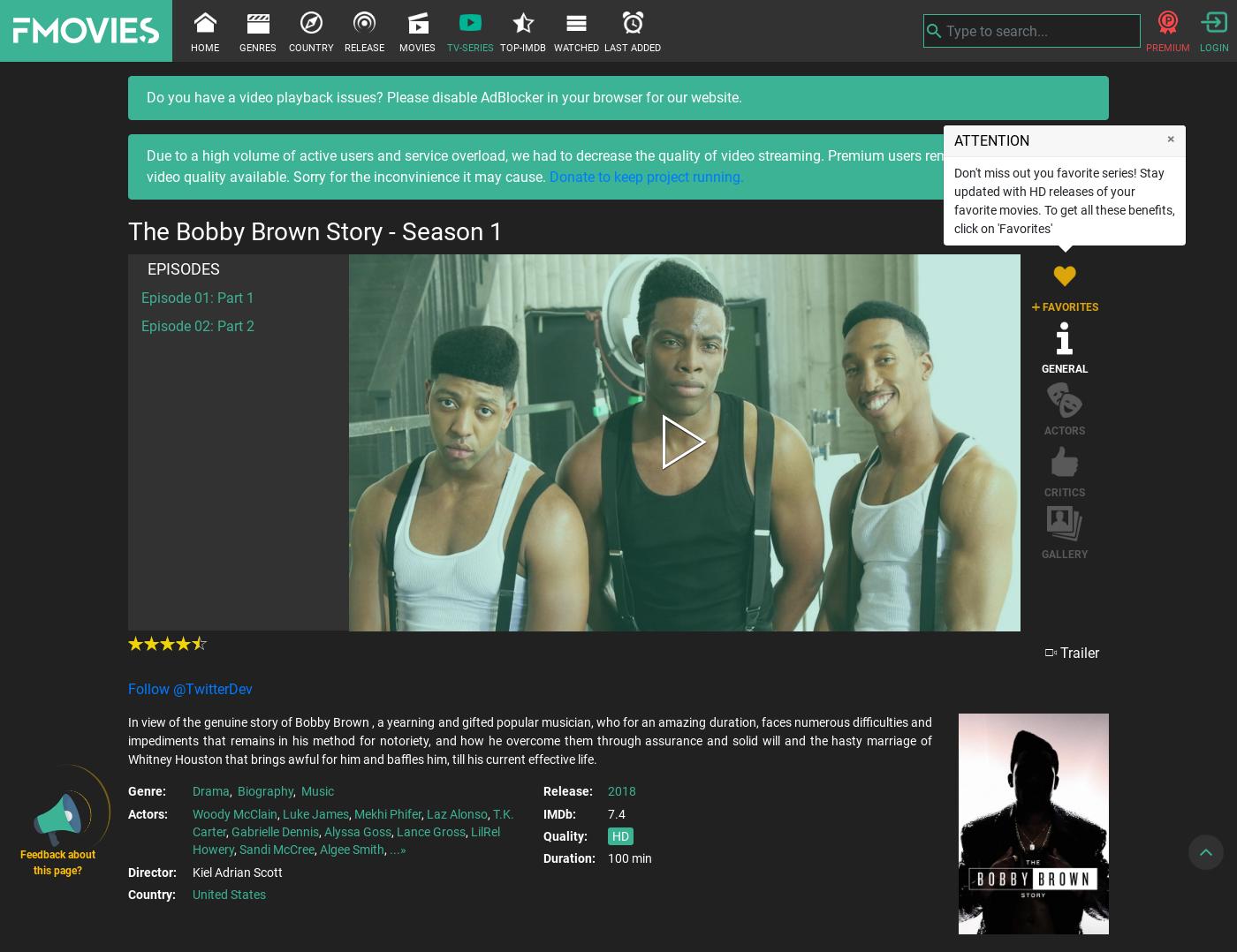 This screenshot has width=1237, height=952. I want to click on 'Episode 01: Part 1', so click(198, 296).